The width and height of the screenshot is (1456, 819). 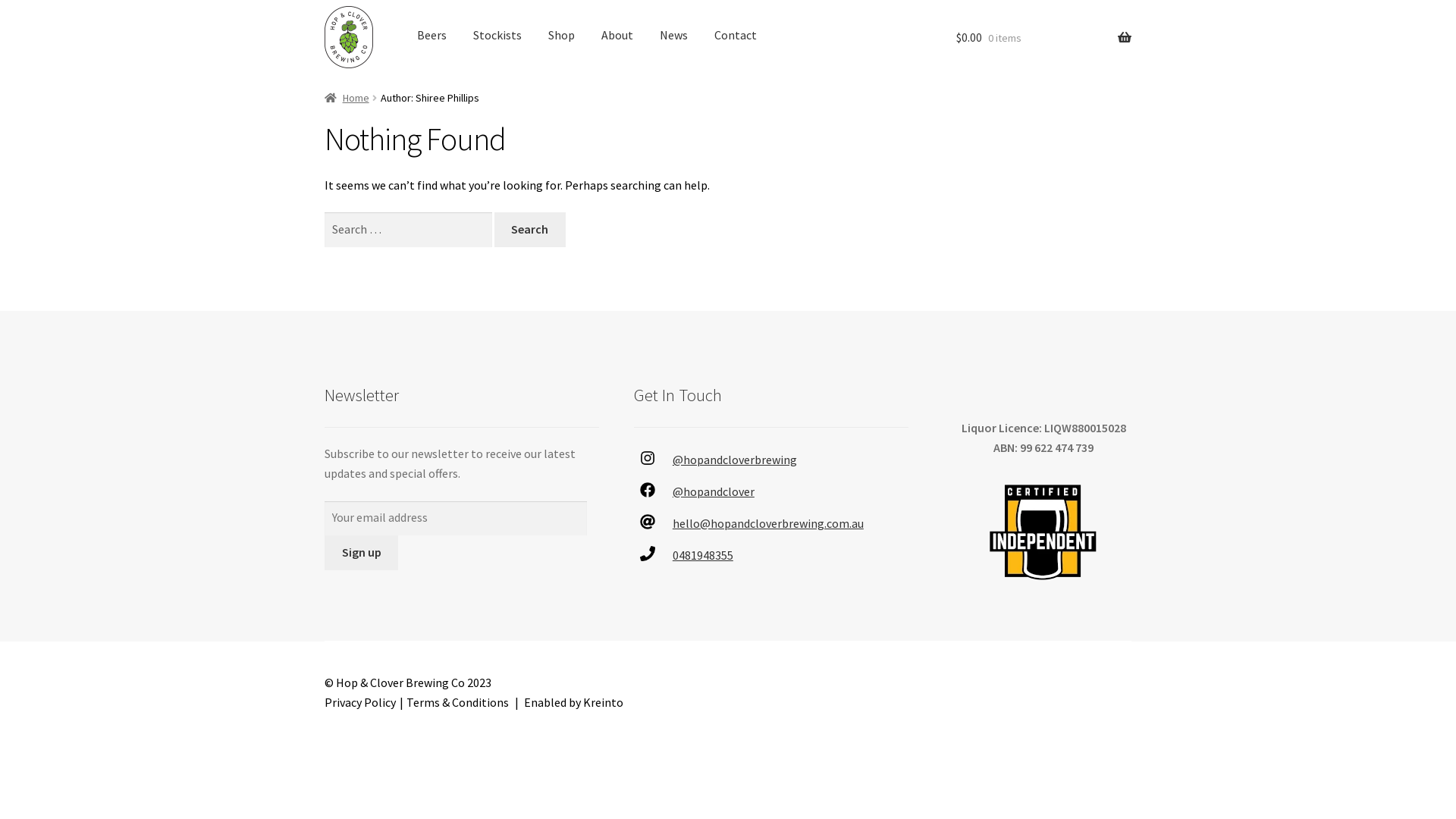 I want to click on 'Skip to navigation', so click(x=323, y=5).